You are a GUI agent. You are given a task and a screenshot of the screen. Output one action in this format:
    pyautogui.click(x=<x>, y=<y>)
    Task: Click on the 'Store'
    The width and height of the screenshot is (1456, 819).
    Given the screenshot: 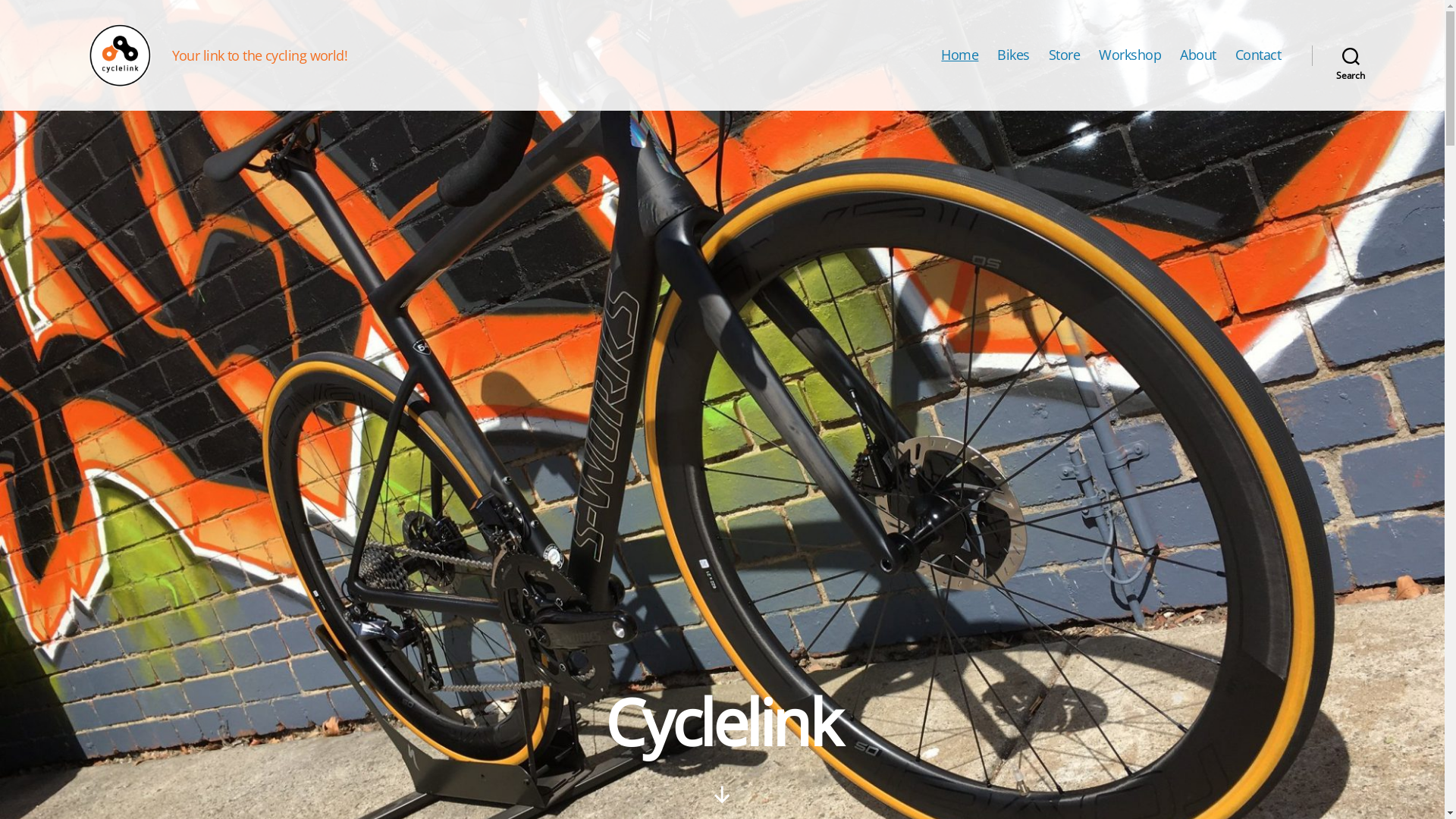 What is the action you would take?
    pyautogui.click(x=1047, y=55)
    